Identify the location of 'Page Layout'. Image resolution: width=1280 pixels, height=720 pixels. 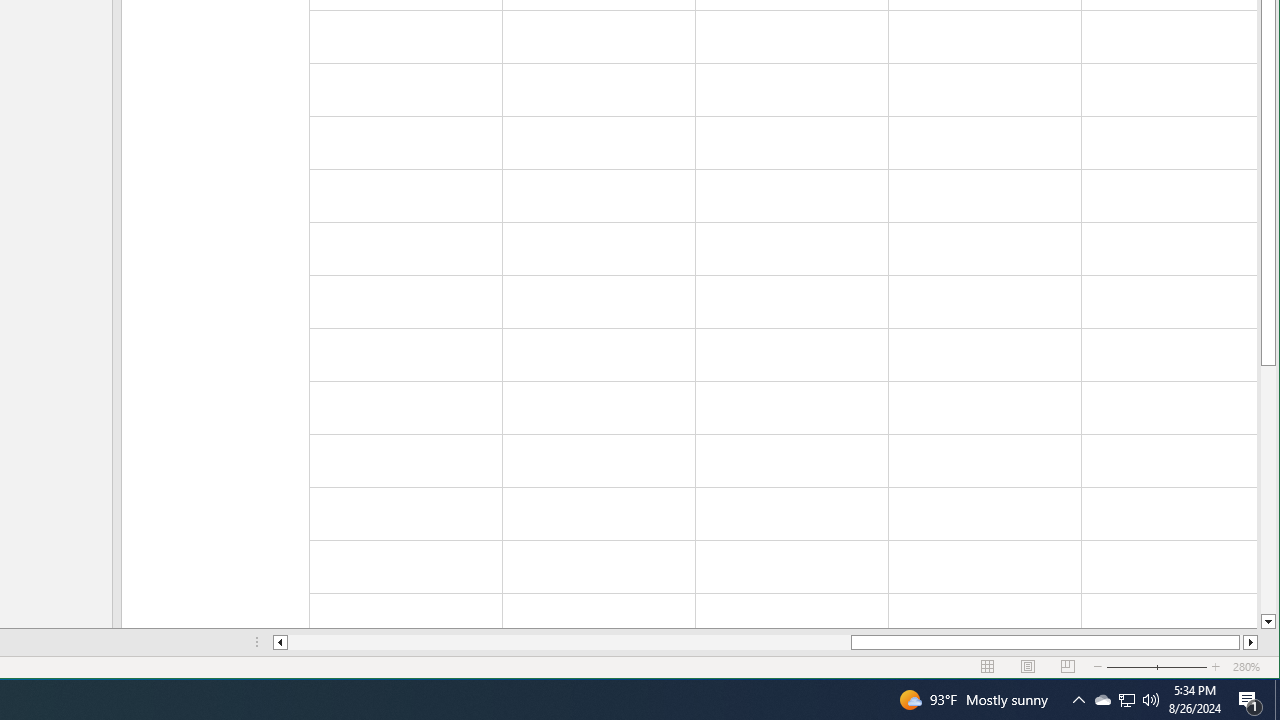
(1028, 667).